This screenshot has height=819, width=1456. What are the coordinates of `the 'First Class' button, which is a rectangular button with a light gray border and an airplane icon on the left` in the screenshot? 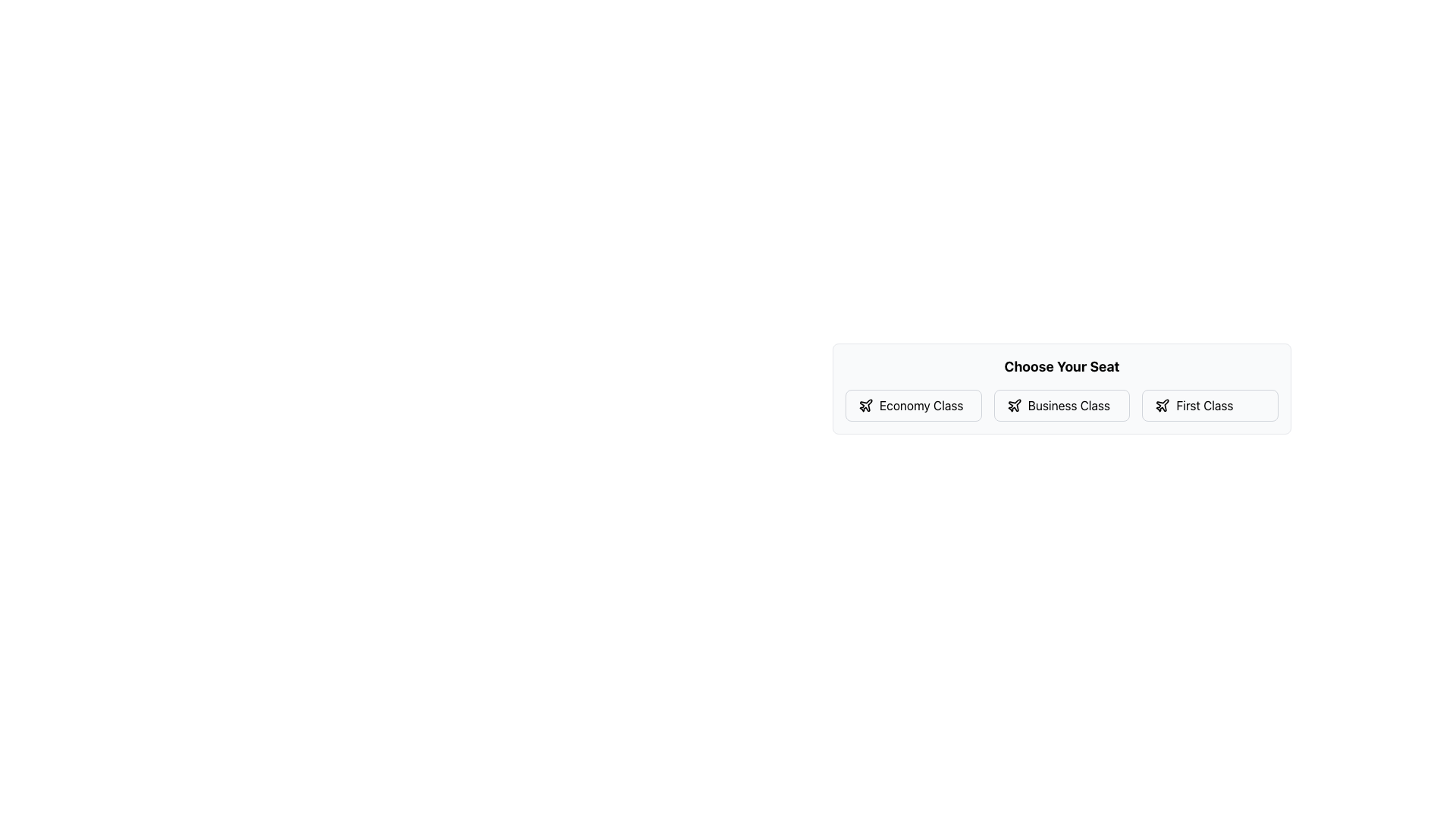 It's located at (1210, 405).